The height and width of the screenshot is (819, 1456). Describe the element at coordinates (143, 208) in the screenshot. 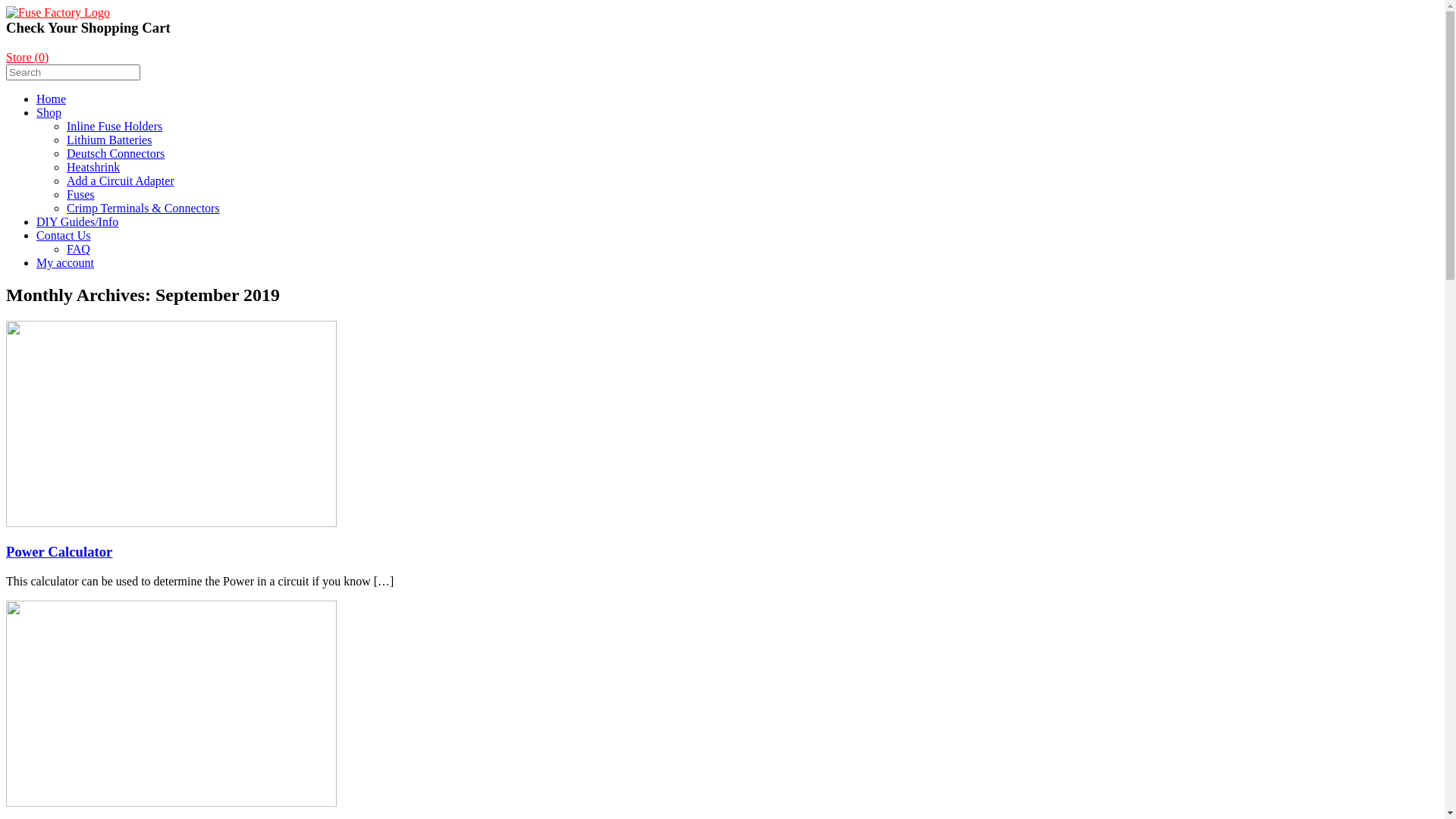

I see `'Crimp Terminals & Connectors'` at that location.